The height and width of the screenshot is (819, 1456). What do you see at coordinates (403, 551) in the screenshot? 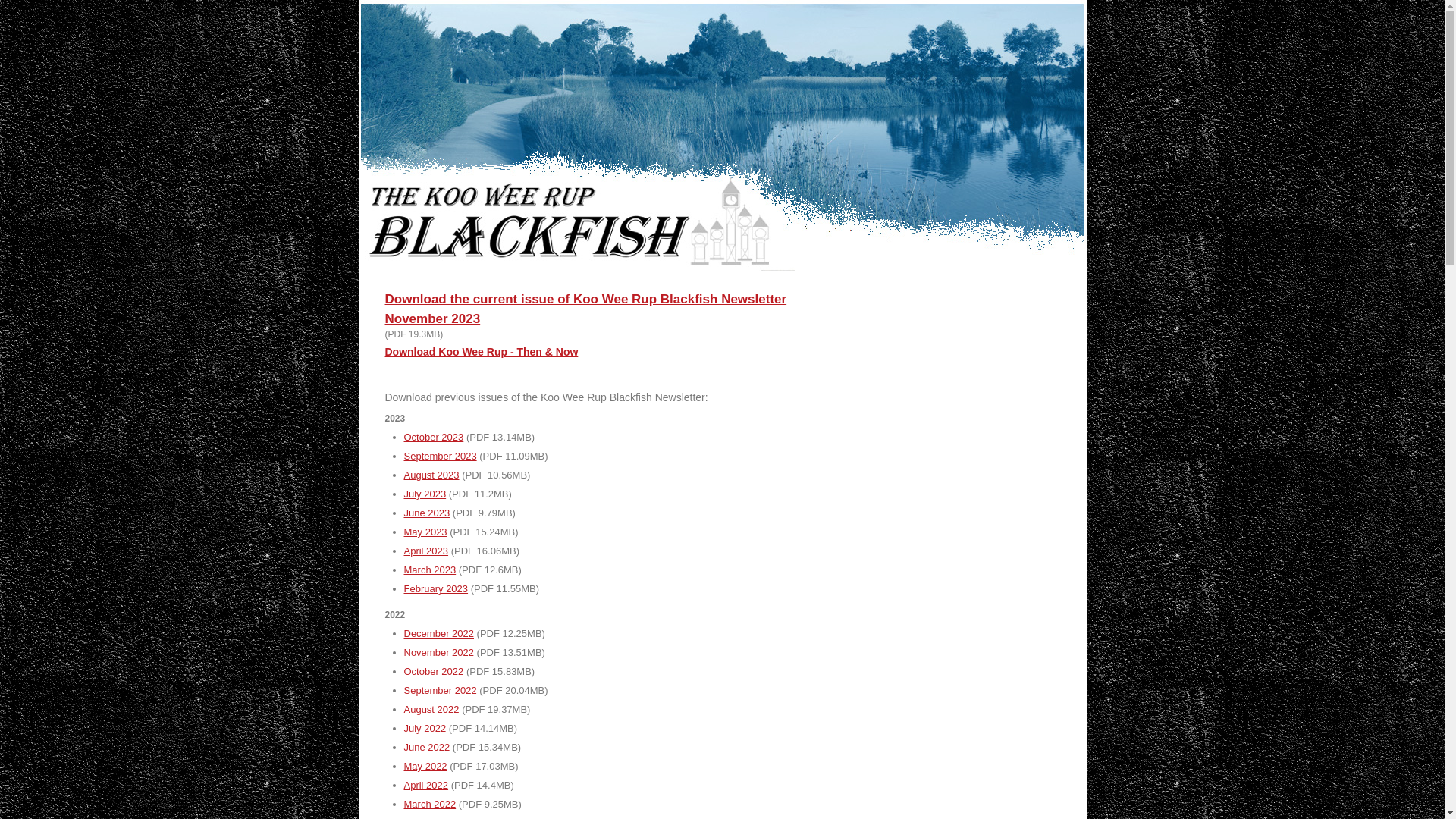
I see `'April 2023'` at bounding box center [403, 551].